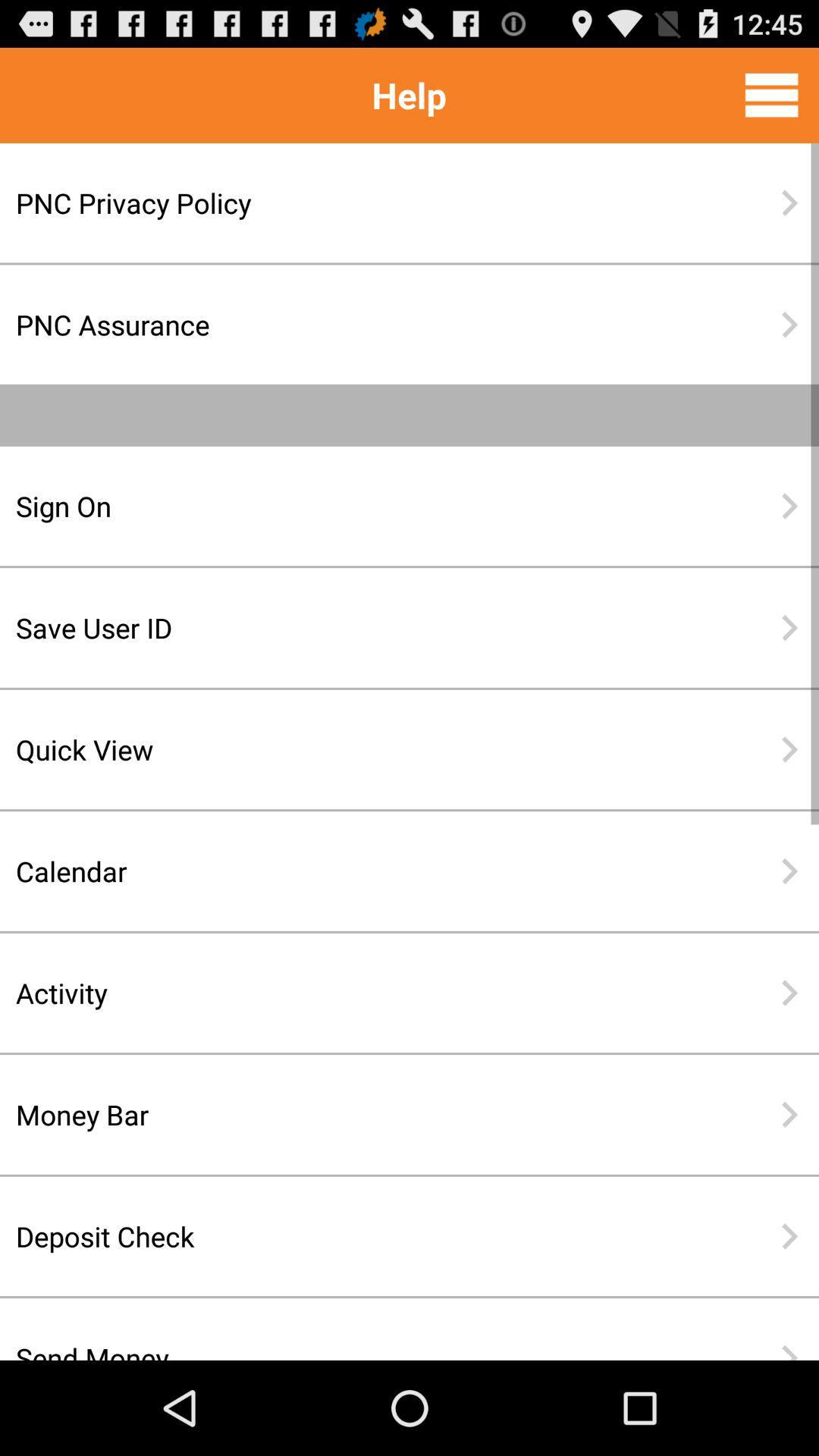 The image size is (819, 1456). I want to click on the second next button, so click(789, 324).